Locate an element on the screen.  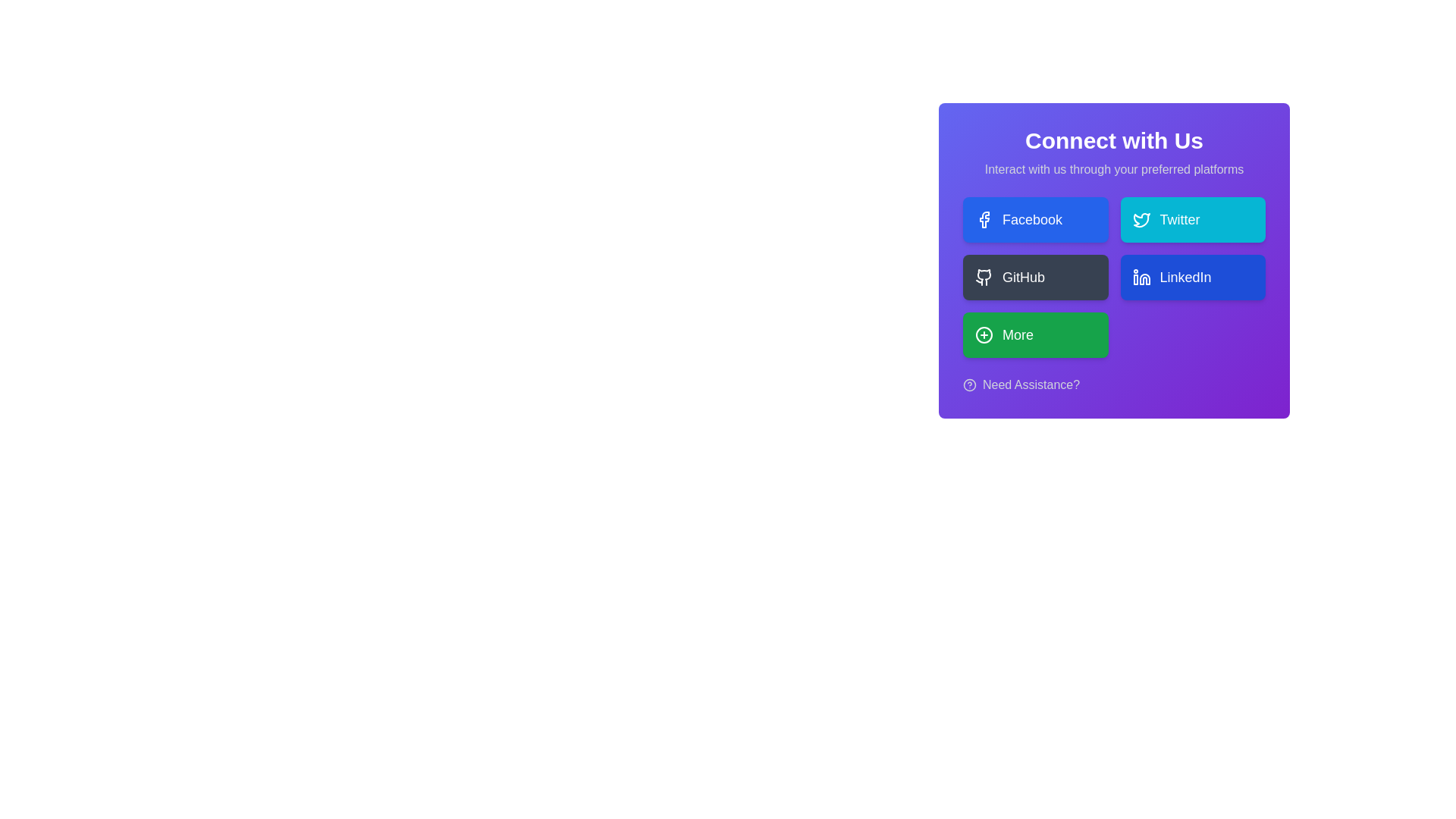
the blue rectangular button labeled 'Facebook' with a white Facebook icon on its left side is located at coordinates (1034, 219).